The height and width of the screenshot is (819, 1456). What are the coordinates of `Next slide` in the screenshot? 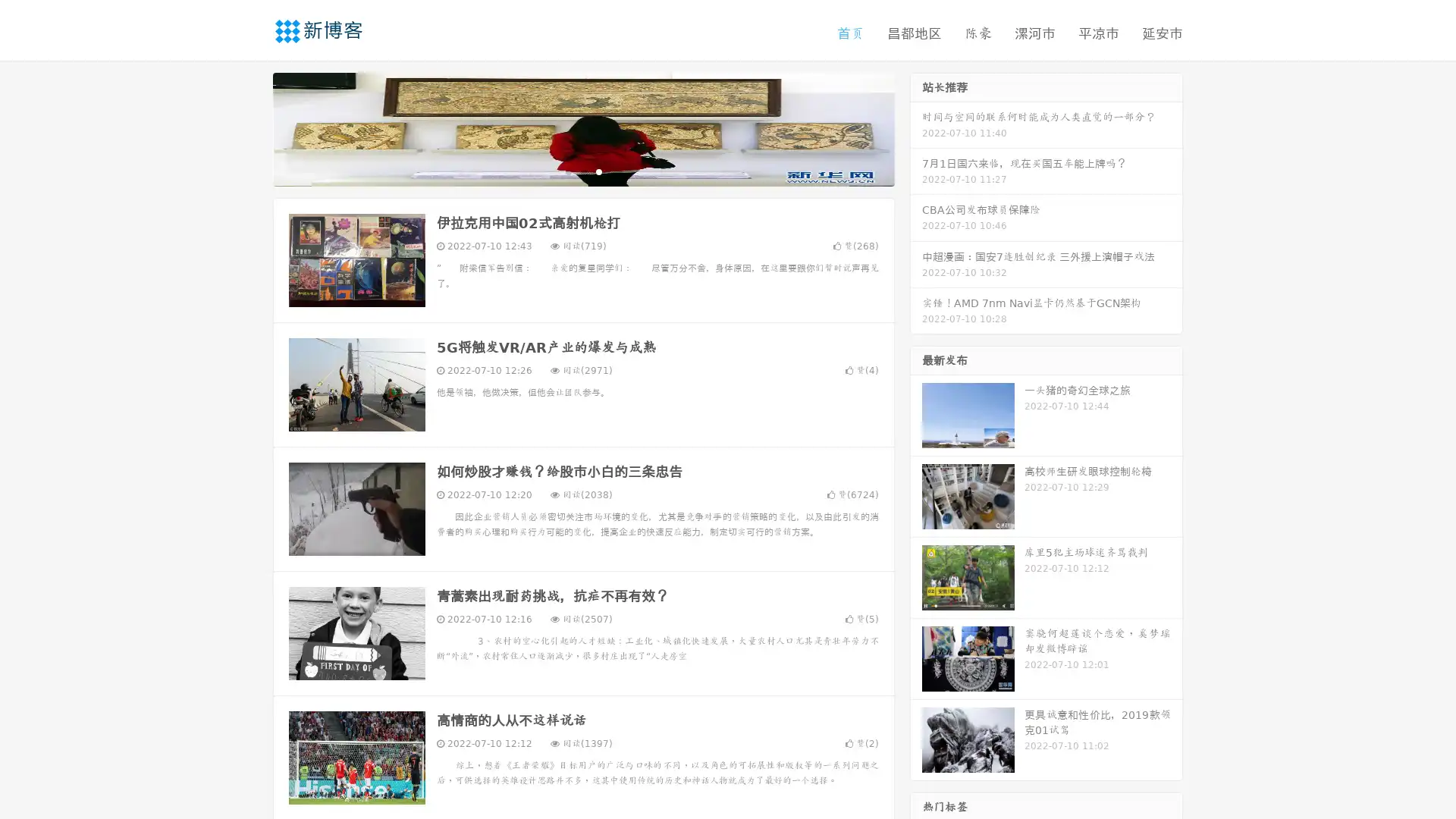 It's located at (916, 127).